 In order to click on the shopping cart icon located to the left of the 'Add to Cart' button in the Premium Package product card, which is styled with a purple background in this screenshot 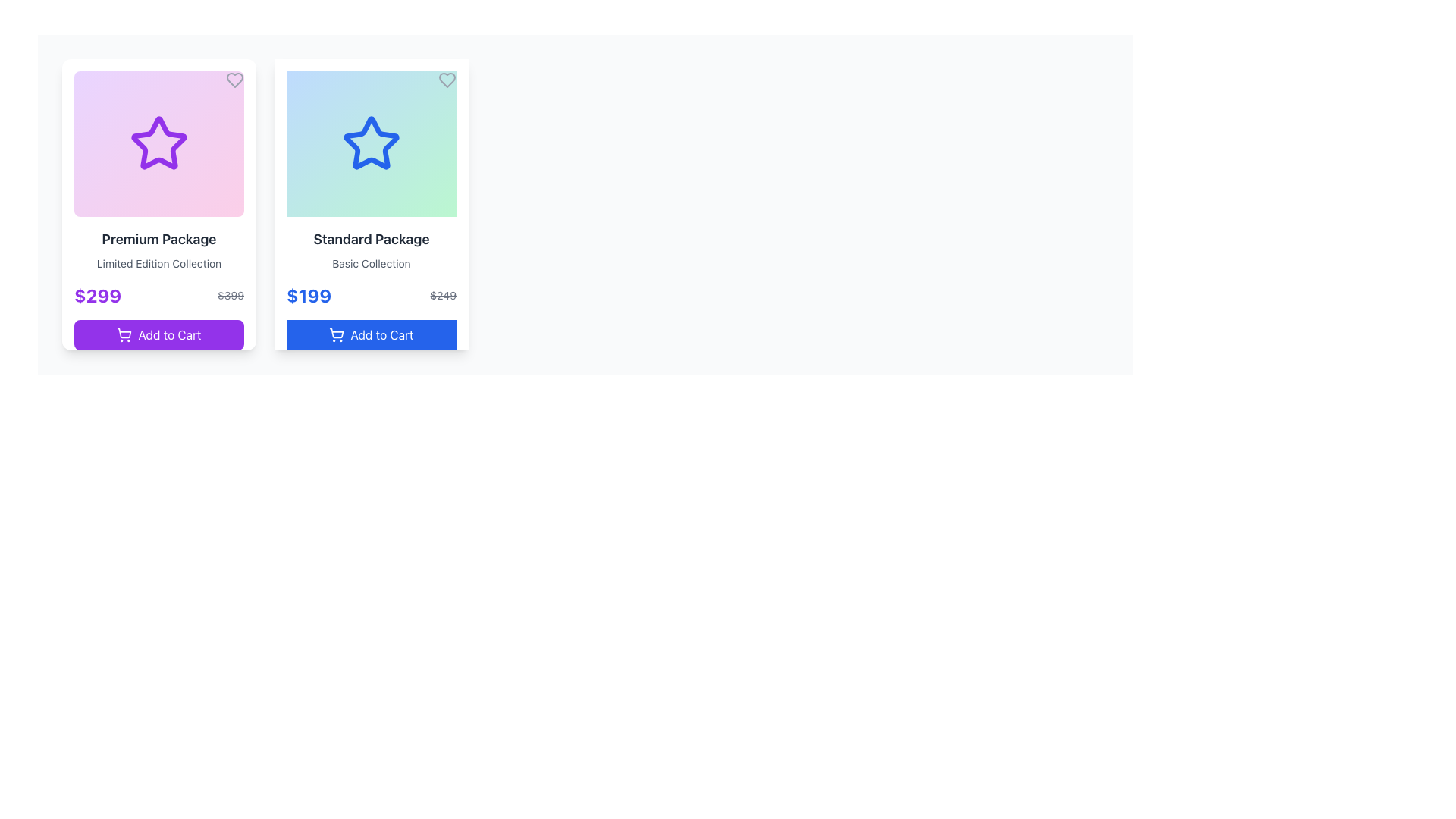, I will do `click(124, 334)`.